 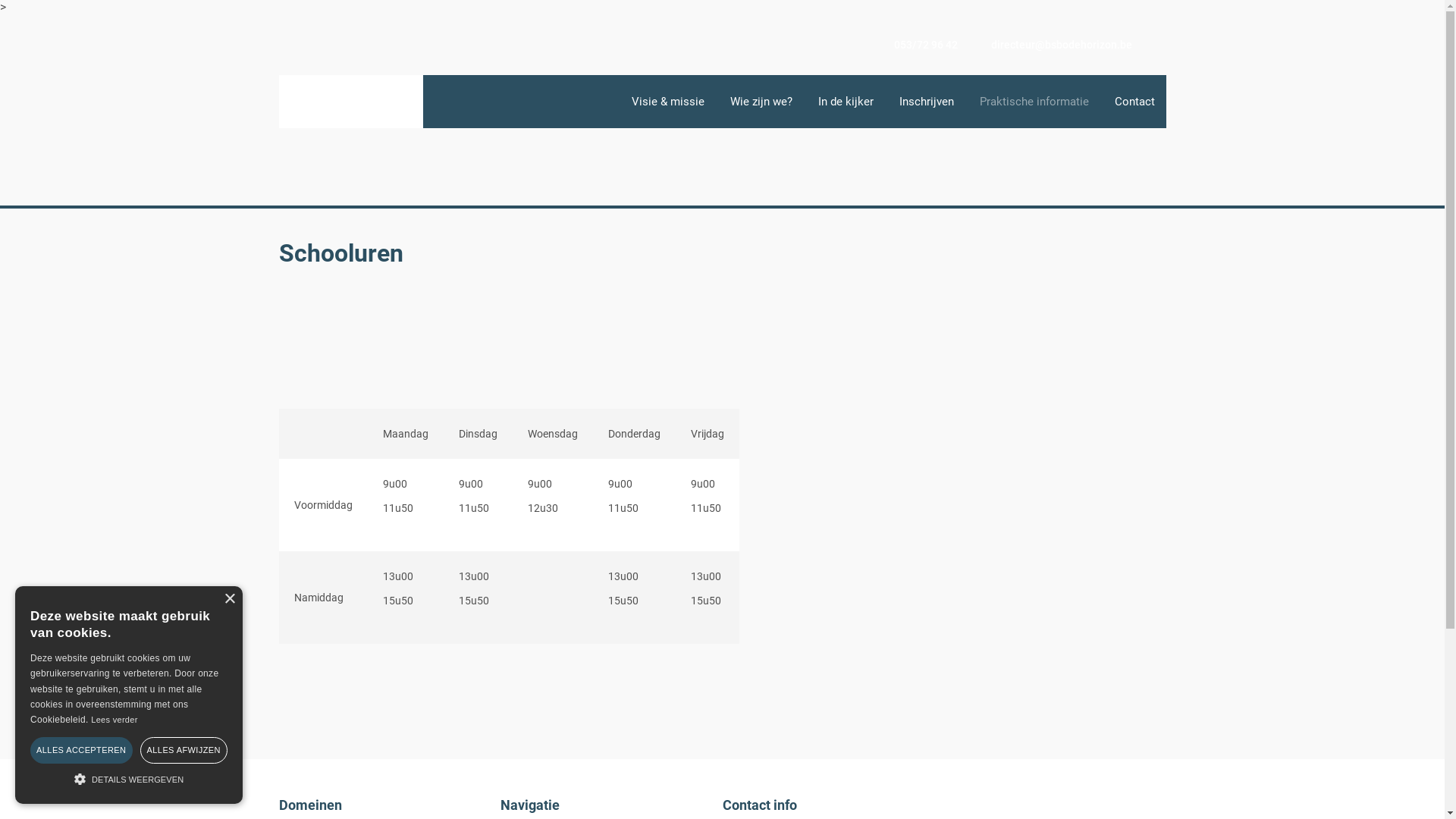 What do you see at coordinates (604, 102) in the screenshot?
I see `'Homepagina'` at bounding box center [604, 102].